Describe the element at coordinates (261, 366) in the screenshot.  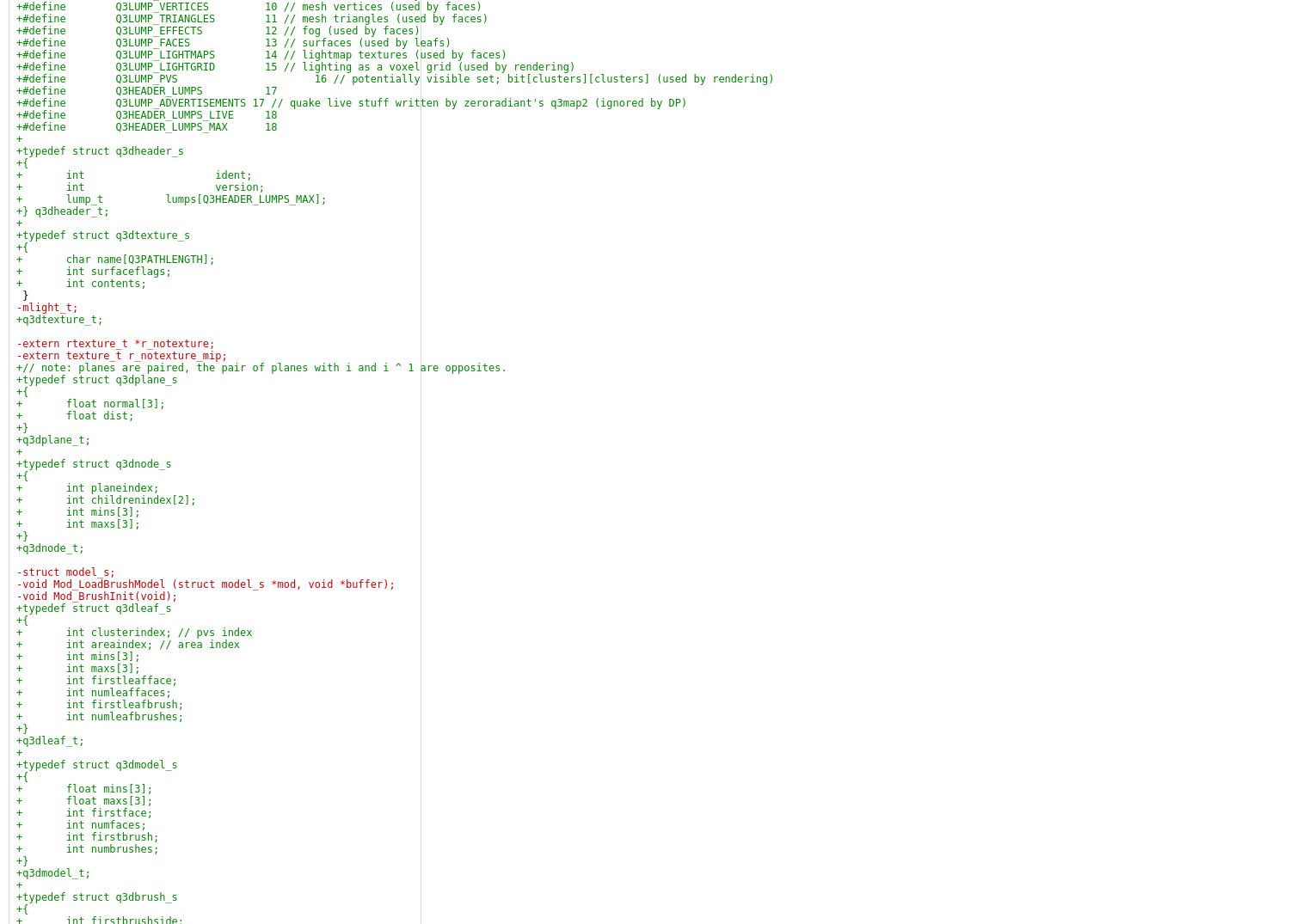
I see `'+// note: planes are paired, the pair of planes with i and i ^ 1 are opposites.'` at that location.